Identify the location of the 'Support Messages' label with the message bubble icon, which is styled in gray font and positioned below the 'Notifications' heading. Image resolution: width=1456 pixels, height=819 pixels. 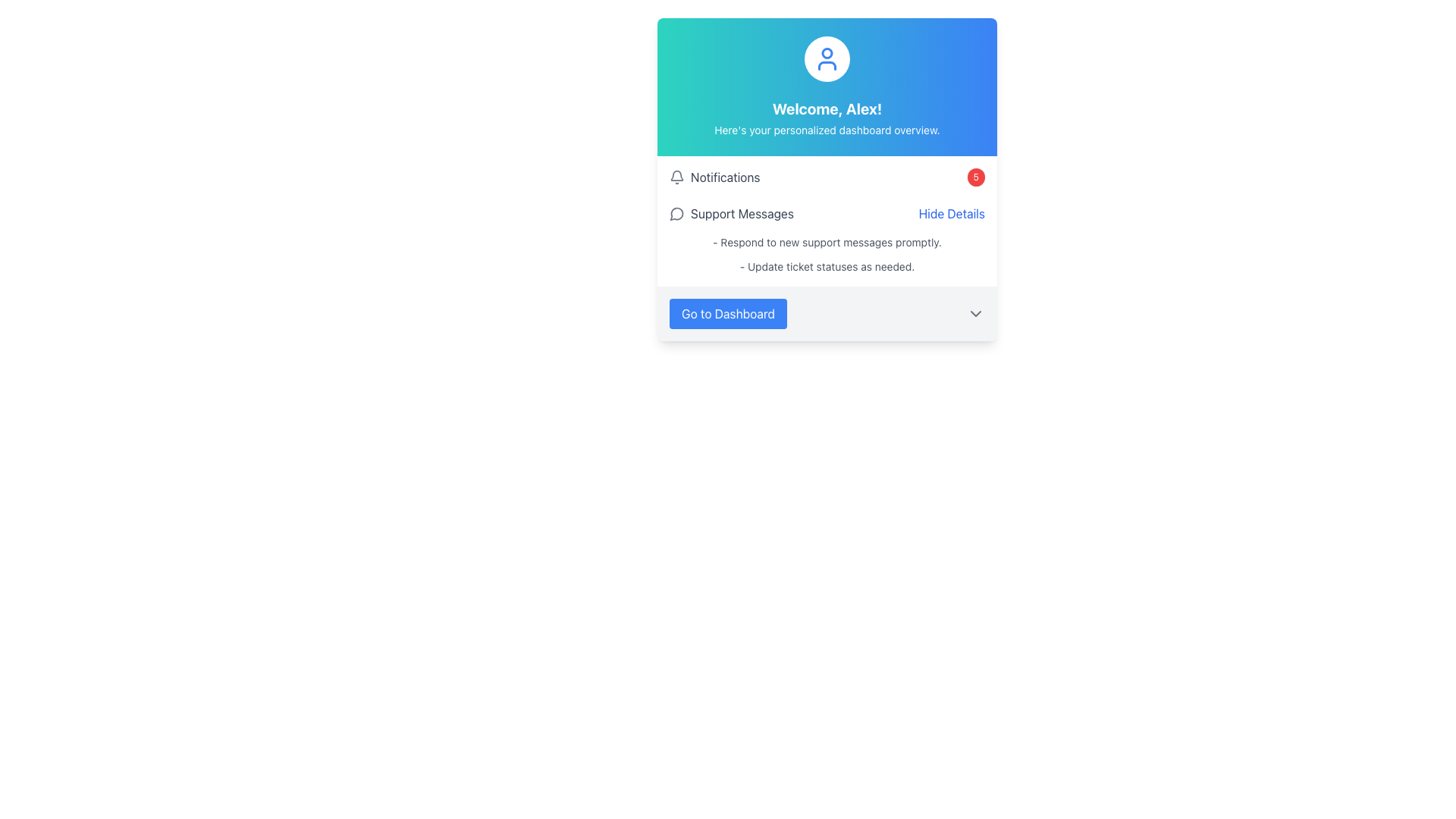
(731, 213).